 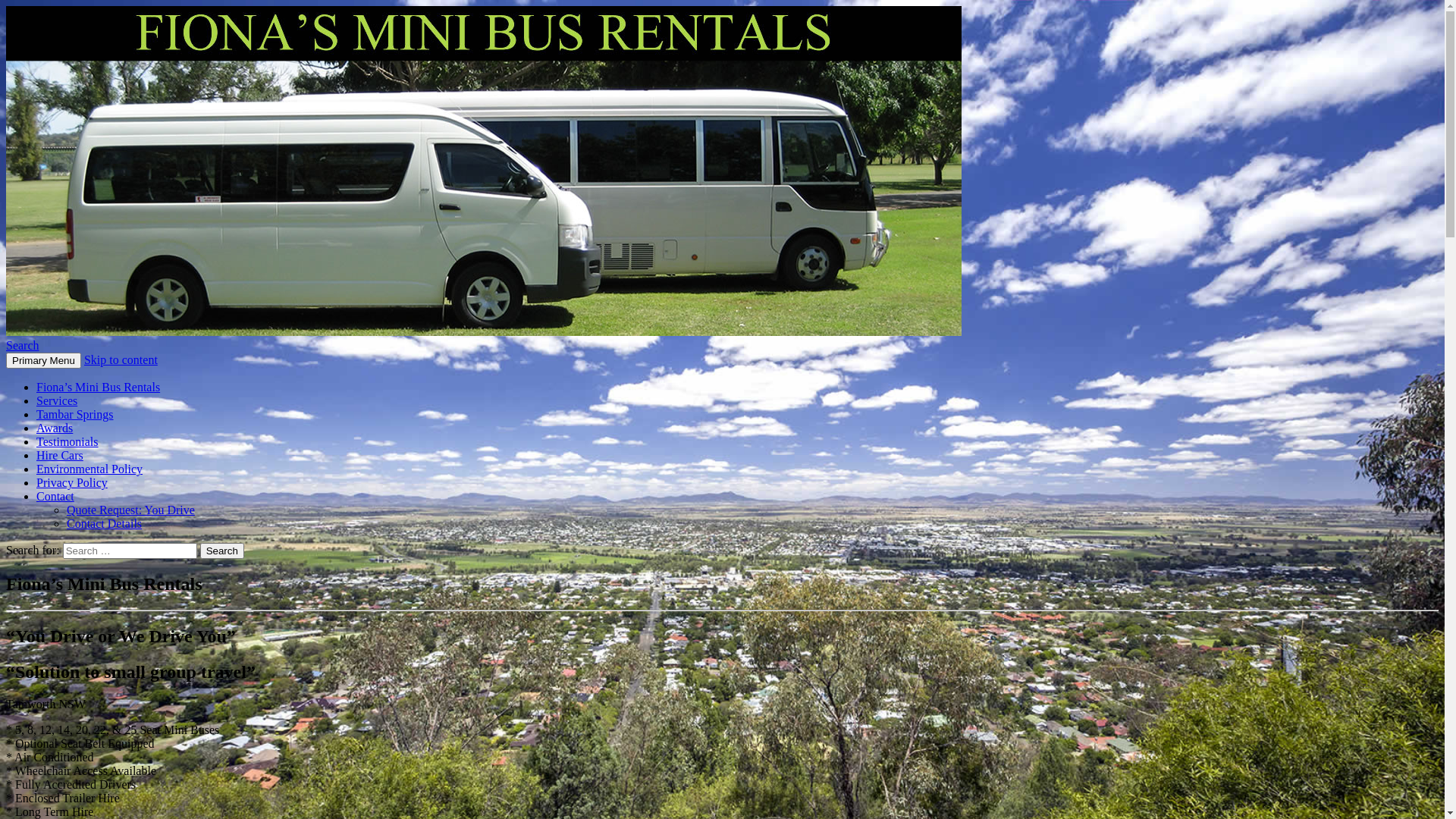 I want to click on 'Primary Menu', so click(x=43, y=360).